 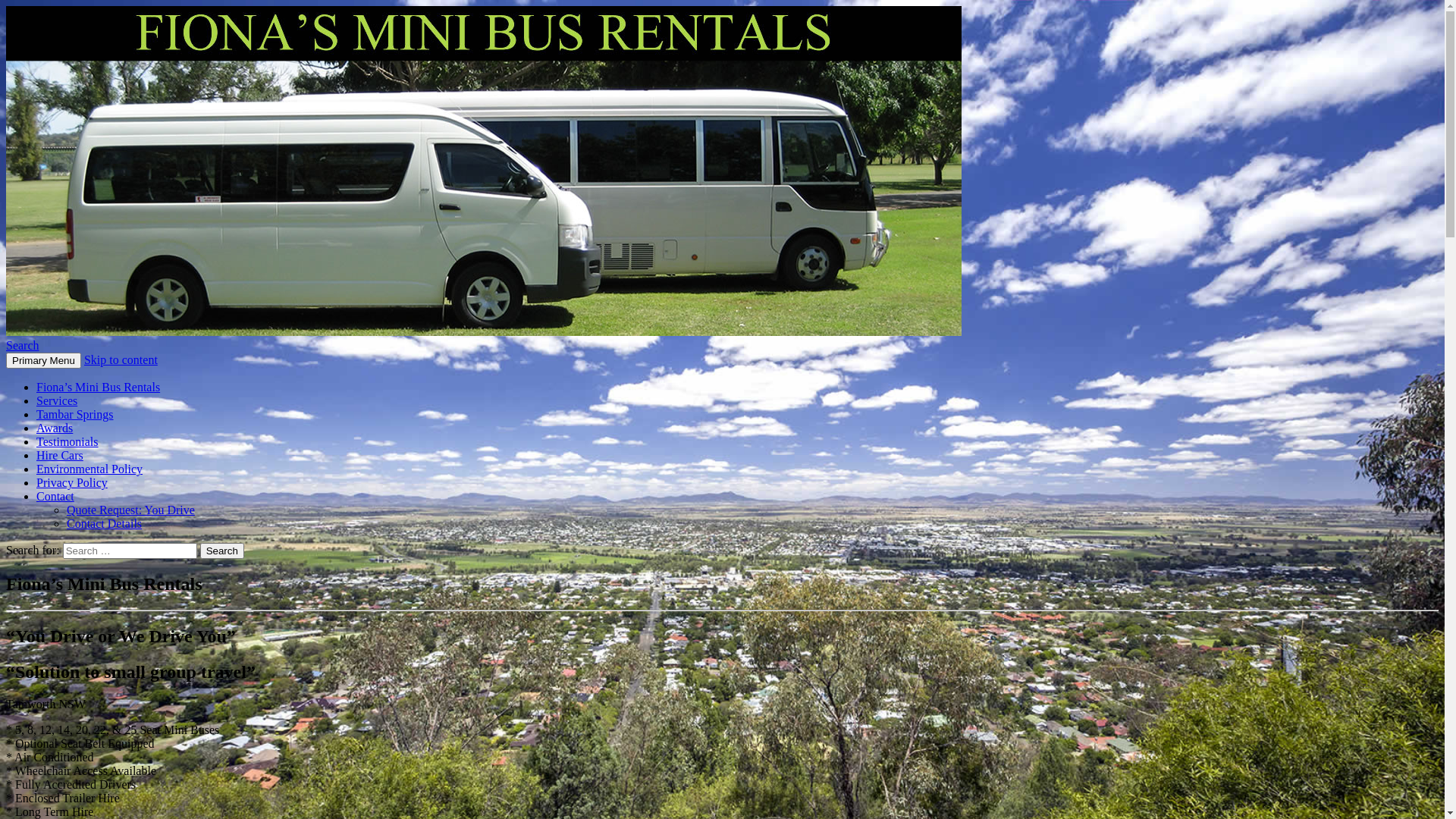 I want to click on 'Primary Menu', so click(x=43, y=360).